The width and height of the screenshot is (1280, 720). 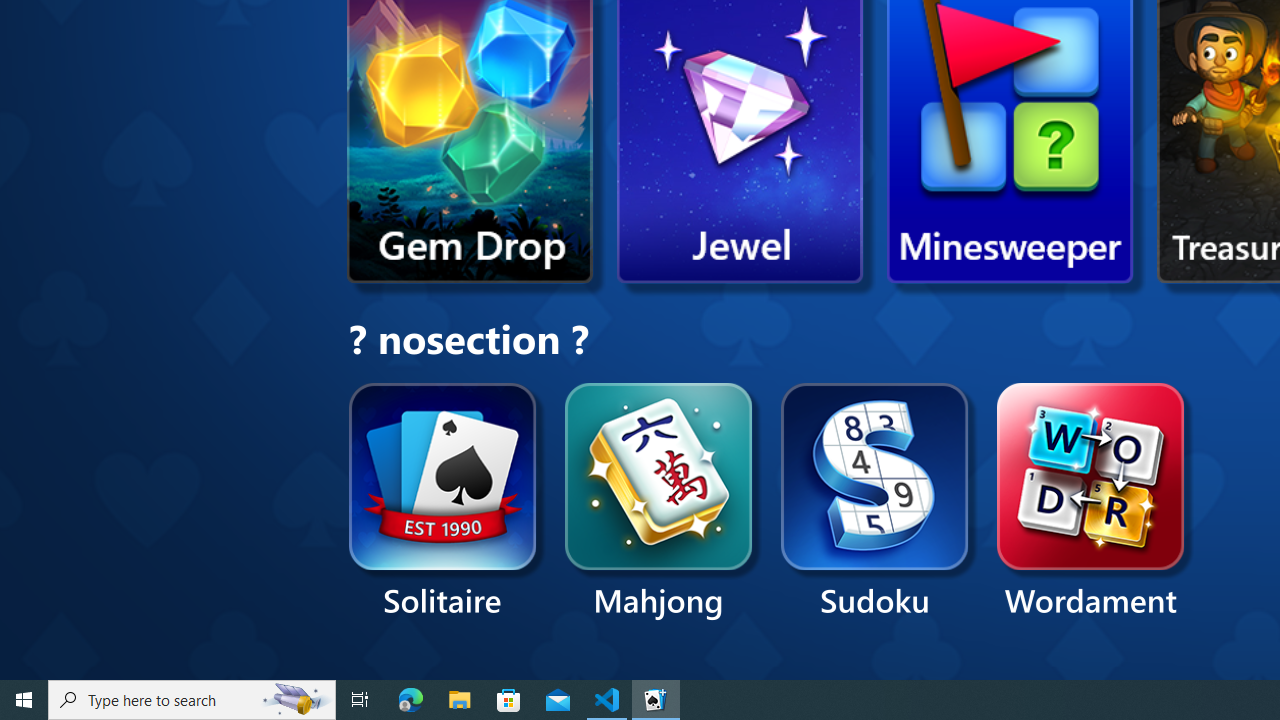 What do you see at coordinates (441, 501) in the screenshot?
I see `'Solitaire'` at bounding box center [441, 501].